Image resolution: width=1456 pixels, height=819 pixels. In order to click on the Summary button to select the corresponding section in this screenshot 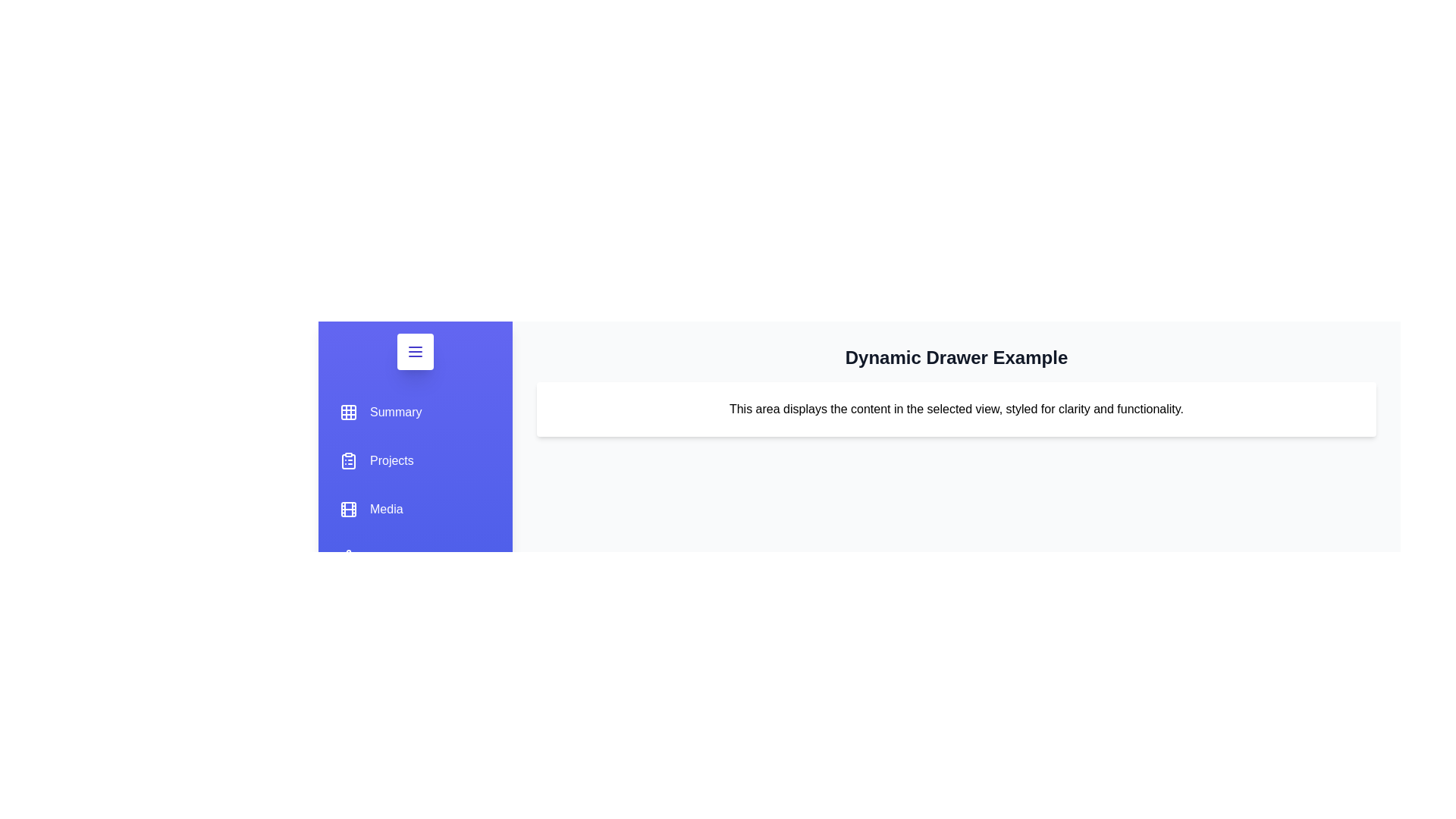, I will do `click(381, 412)`.